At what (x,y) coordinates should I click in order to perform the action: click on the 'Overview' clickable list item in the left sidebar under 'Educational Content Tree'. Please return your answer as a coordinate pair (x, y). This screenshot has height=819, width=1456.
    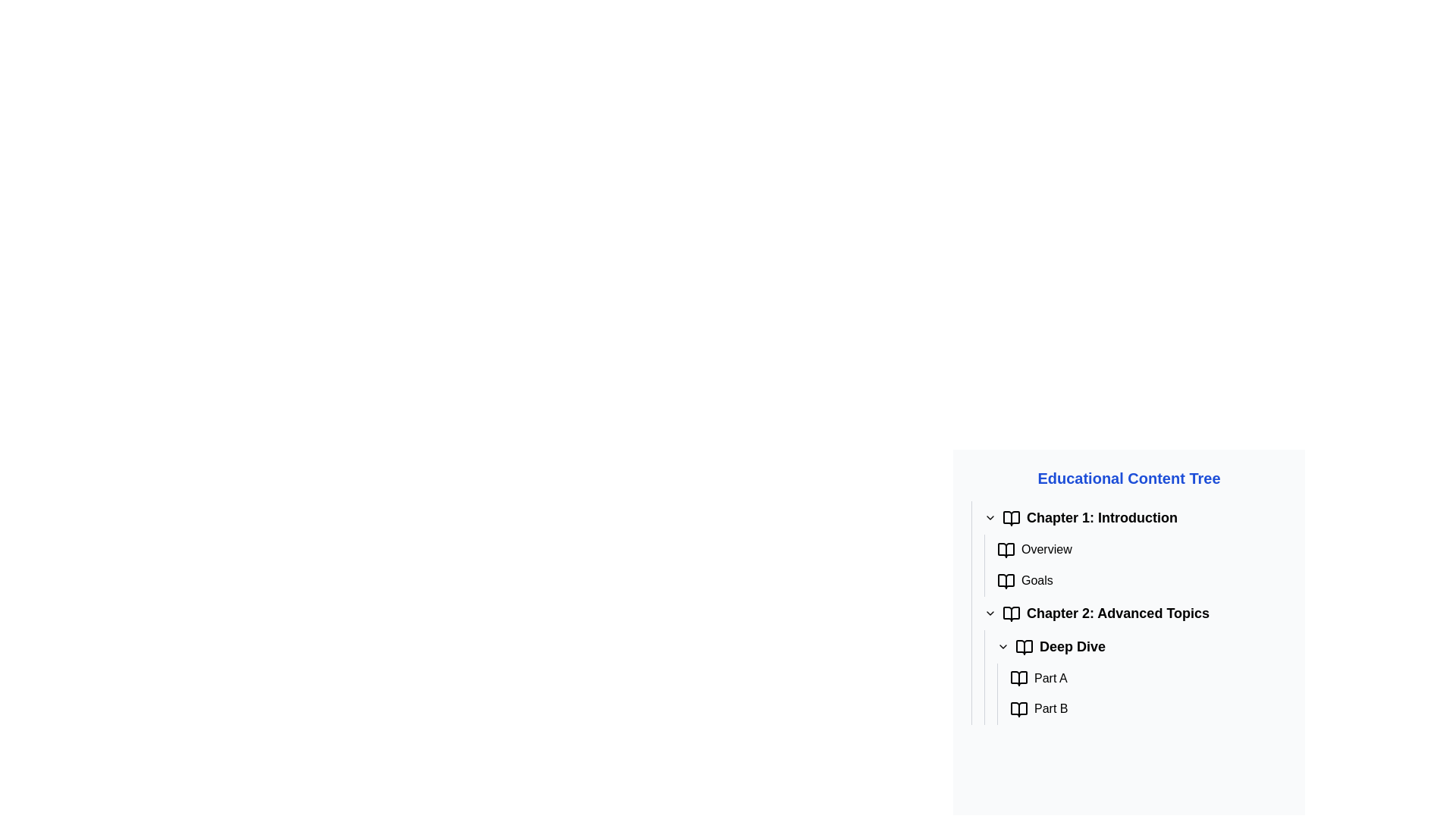
    Looking at the image, I should click on (1135, 550).